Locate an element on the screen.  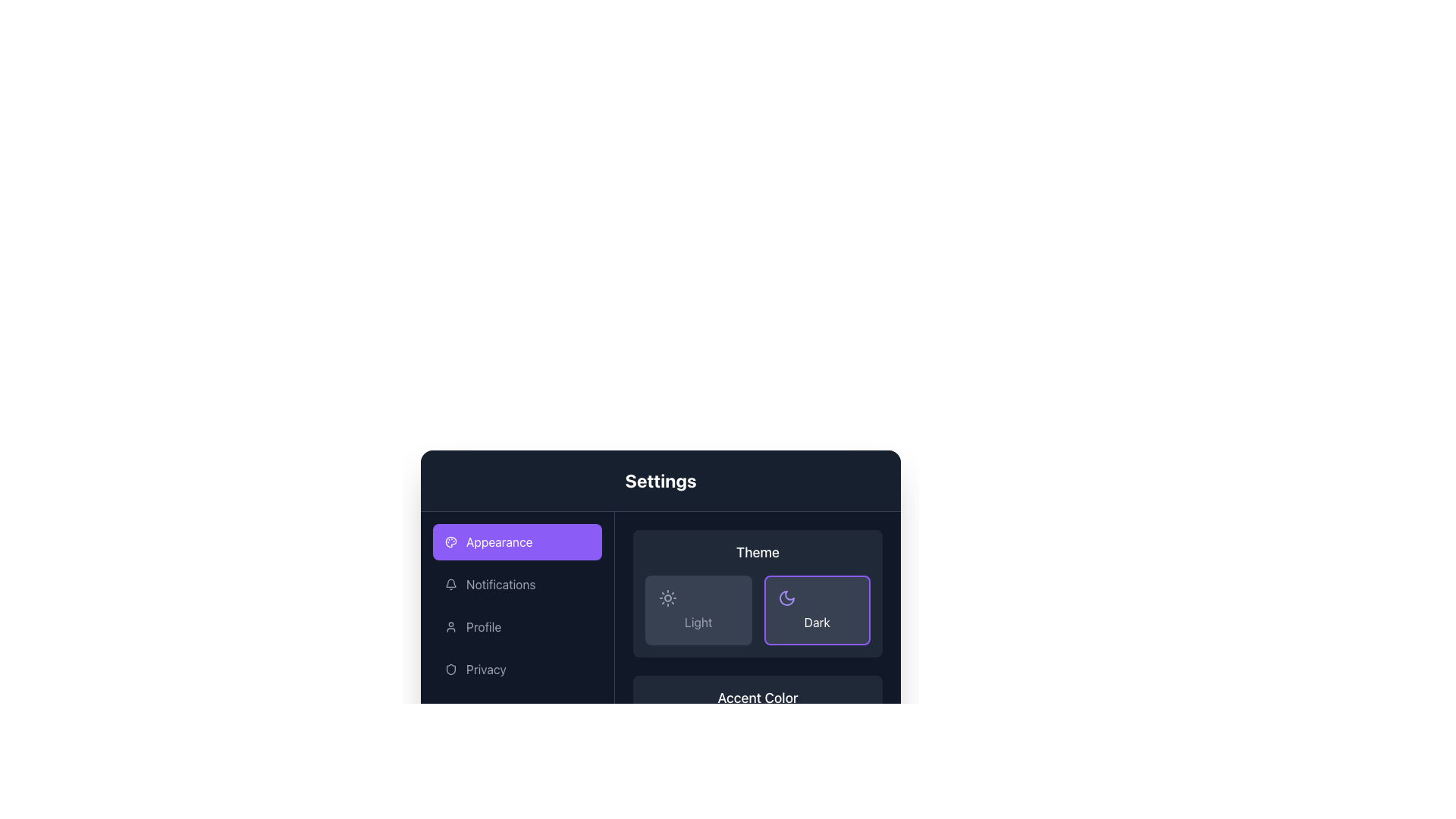
the rectangular button with a dark gray background and violet border labeled 'Dark' is located at coordinates (816, 610).